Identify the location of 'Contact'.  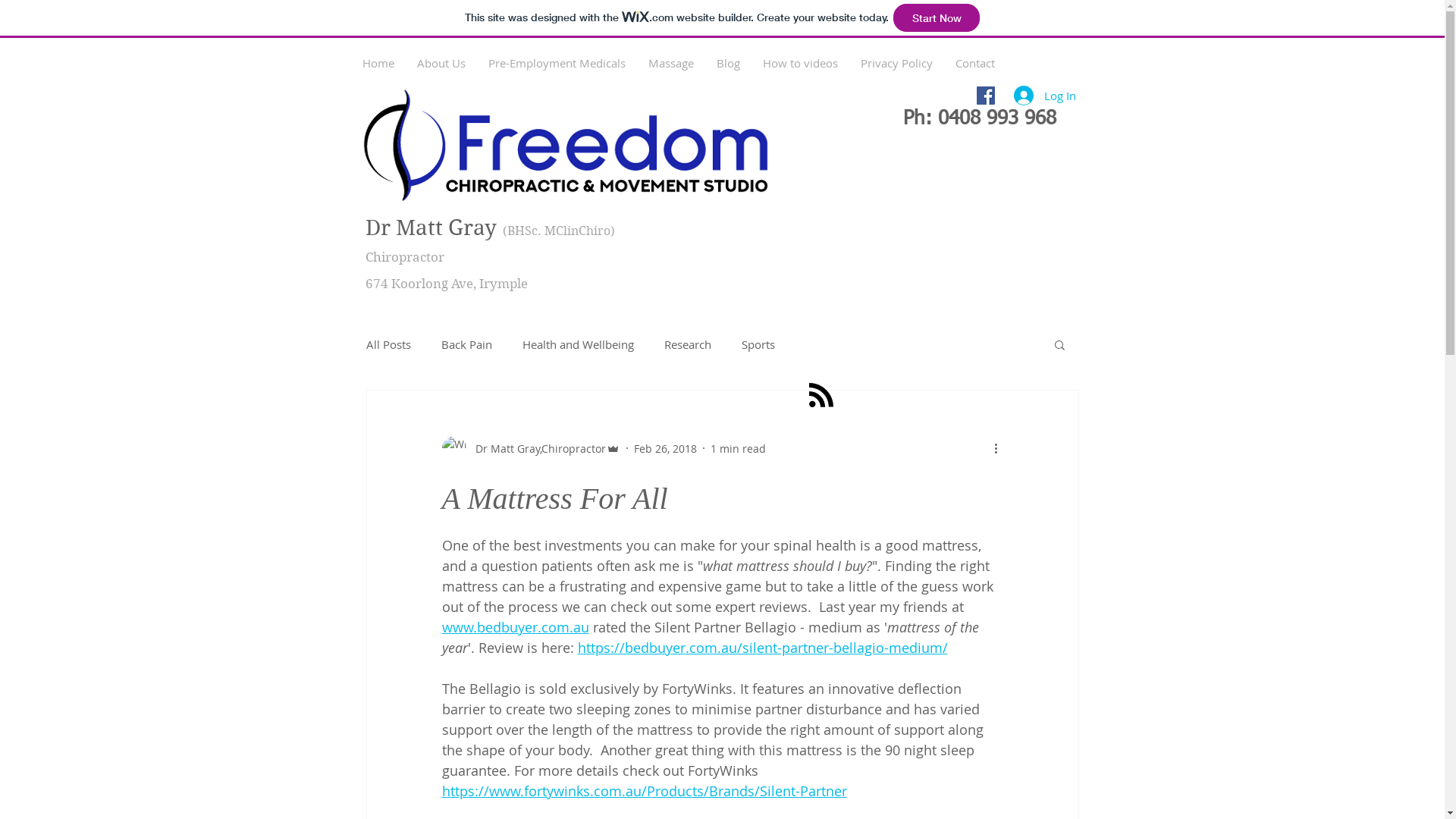
(974, 62).